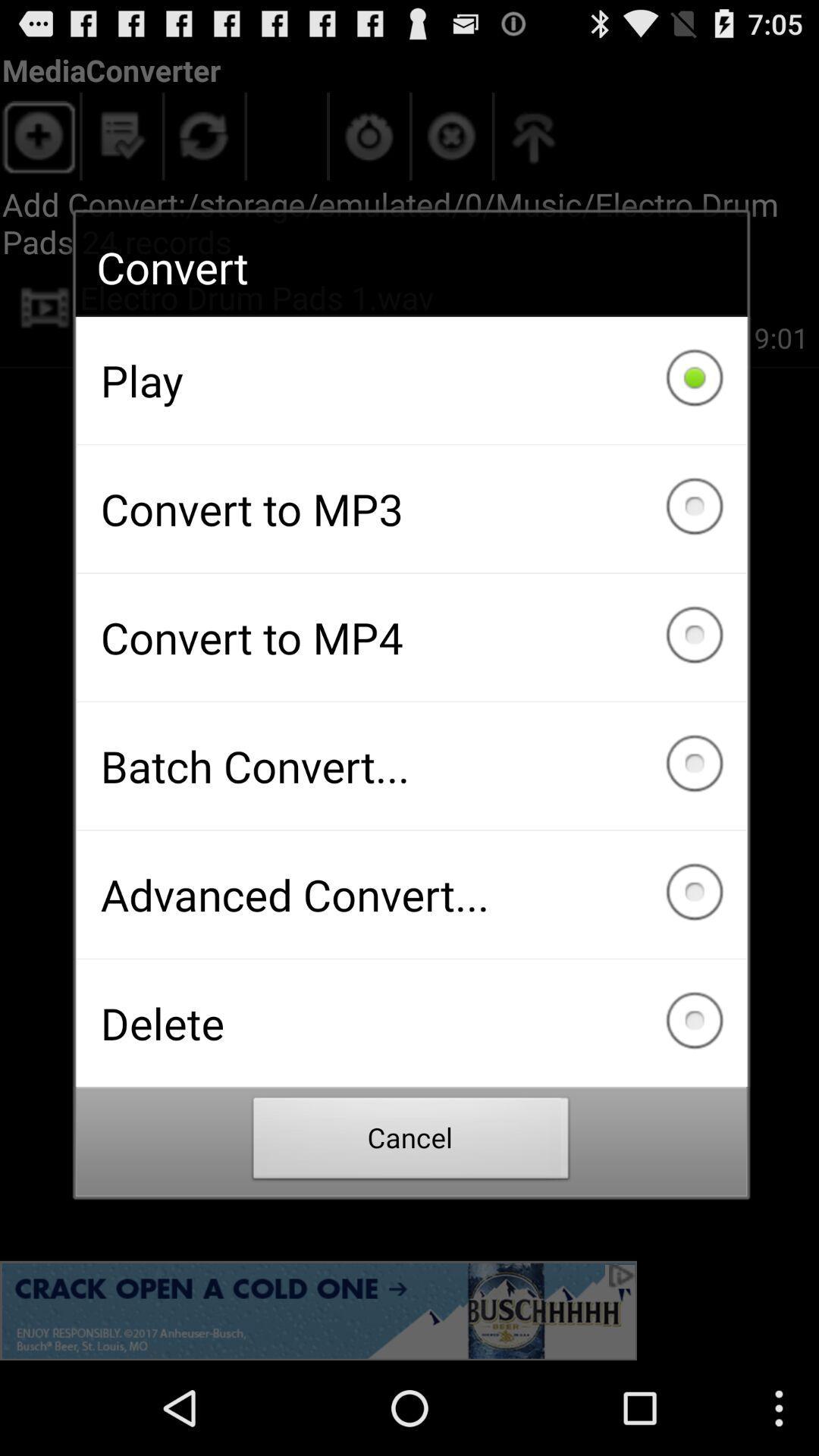  What do you see at coordinates (411, 1142) in the screenshot?
I see `the icon below delete` at bounding box center [411, 1142].